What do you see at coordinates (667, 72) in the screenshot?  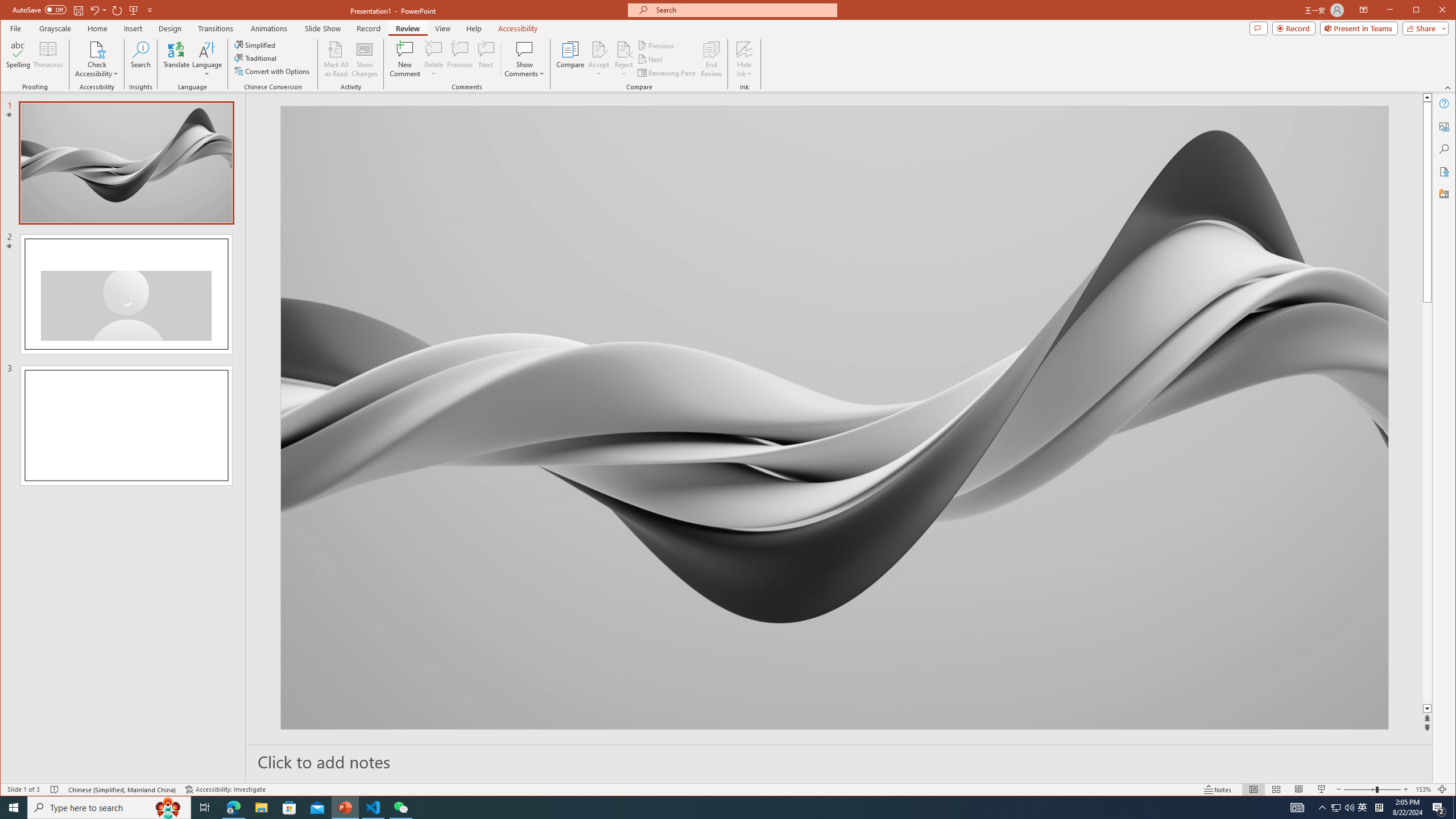 I see `'Reviewing Pane'` at bounding box center [667, 72].